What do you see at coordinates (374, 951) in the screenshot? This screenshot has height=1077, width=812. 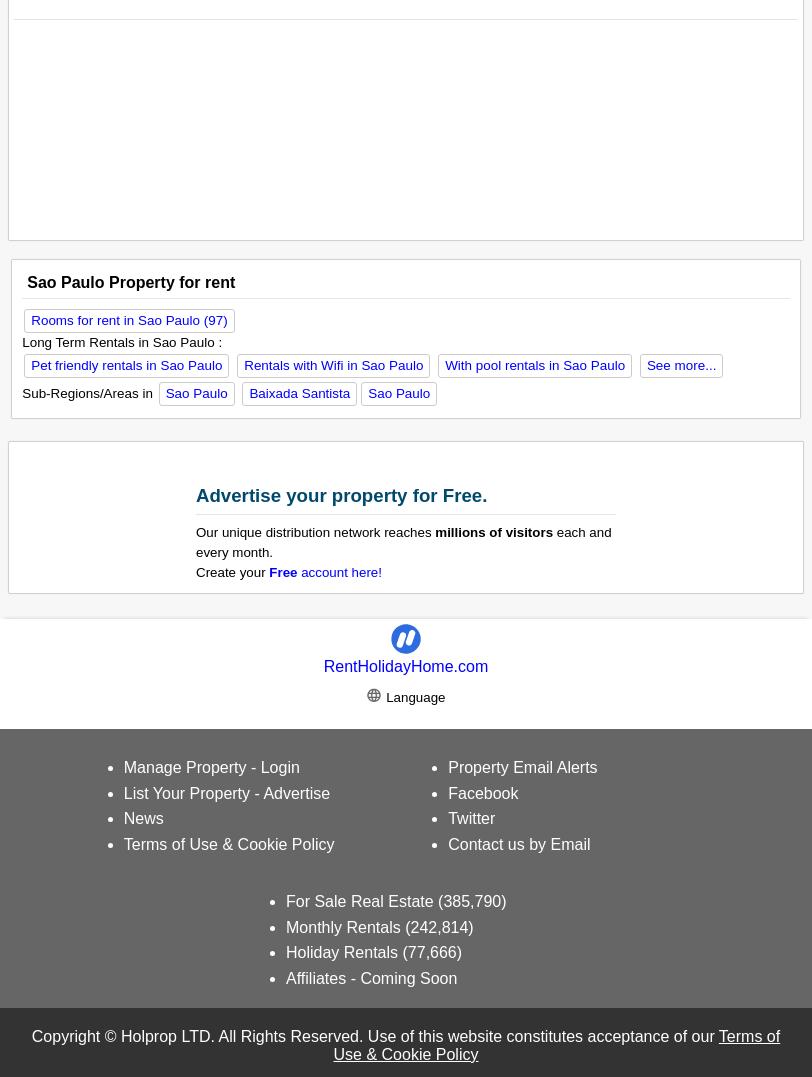 I see `'Holiday Rentals (77,666)'` at bounding box center [374, 951].